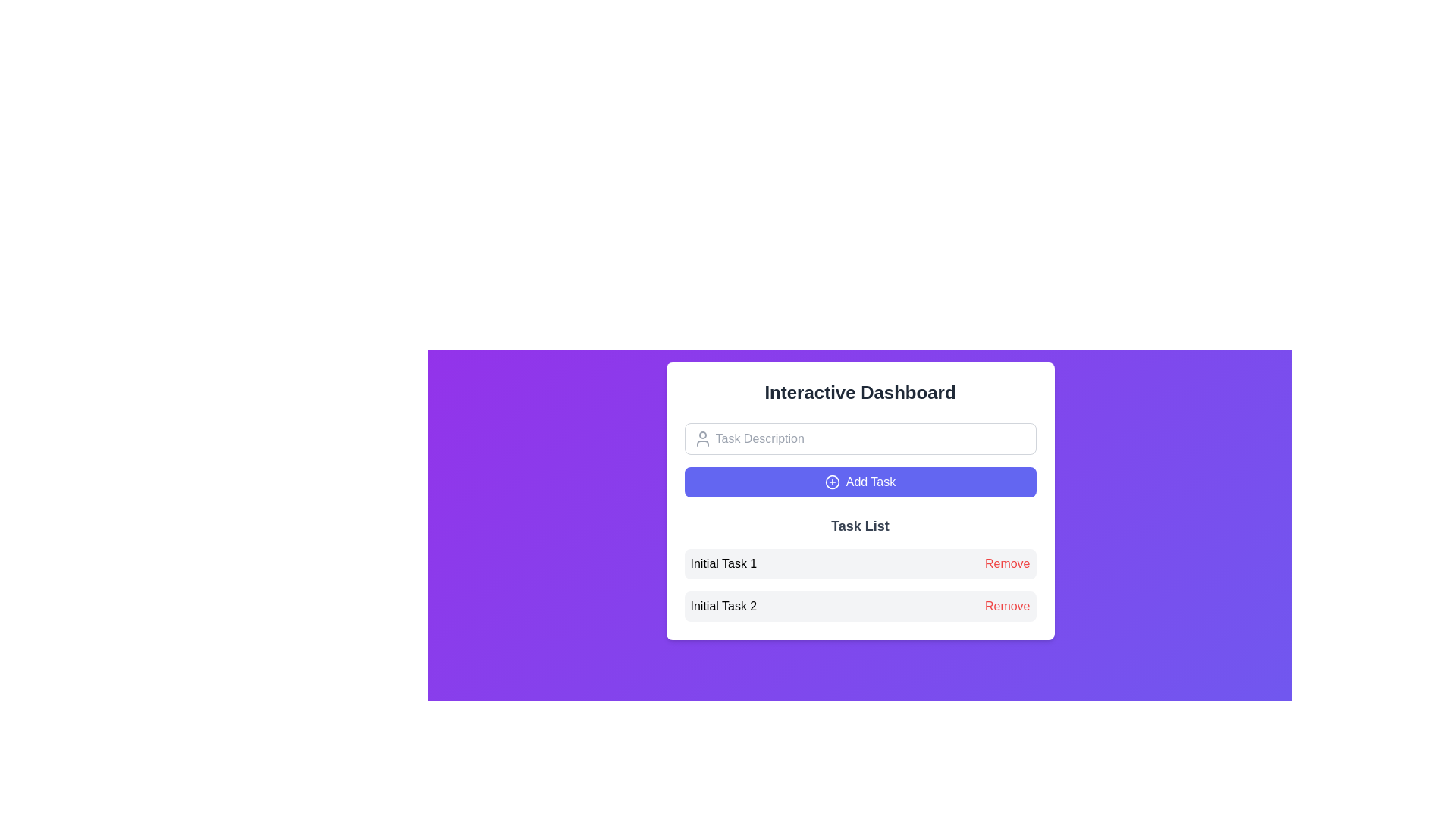 This screenshot has width=1456, height=819. What do you see at coordinates (860, 482) in the screenshot?
I see `the purple 'Add Task' button with a white plus icon located in the 'Interactive Dashboard' panel` at bounding box center [860, 482].